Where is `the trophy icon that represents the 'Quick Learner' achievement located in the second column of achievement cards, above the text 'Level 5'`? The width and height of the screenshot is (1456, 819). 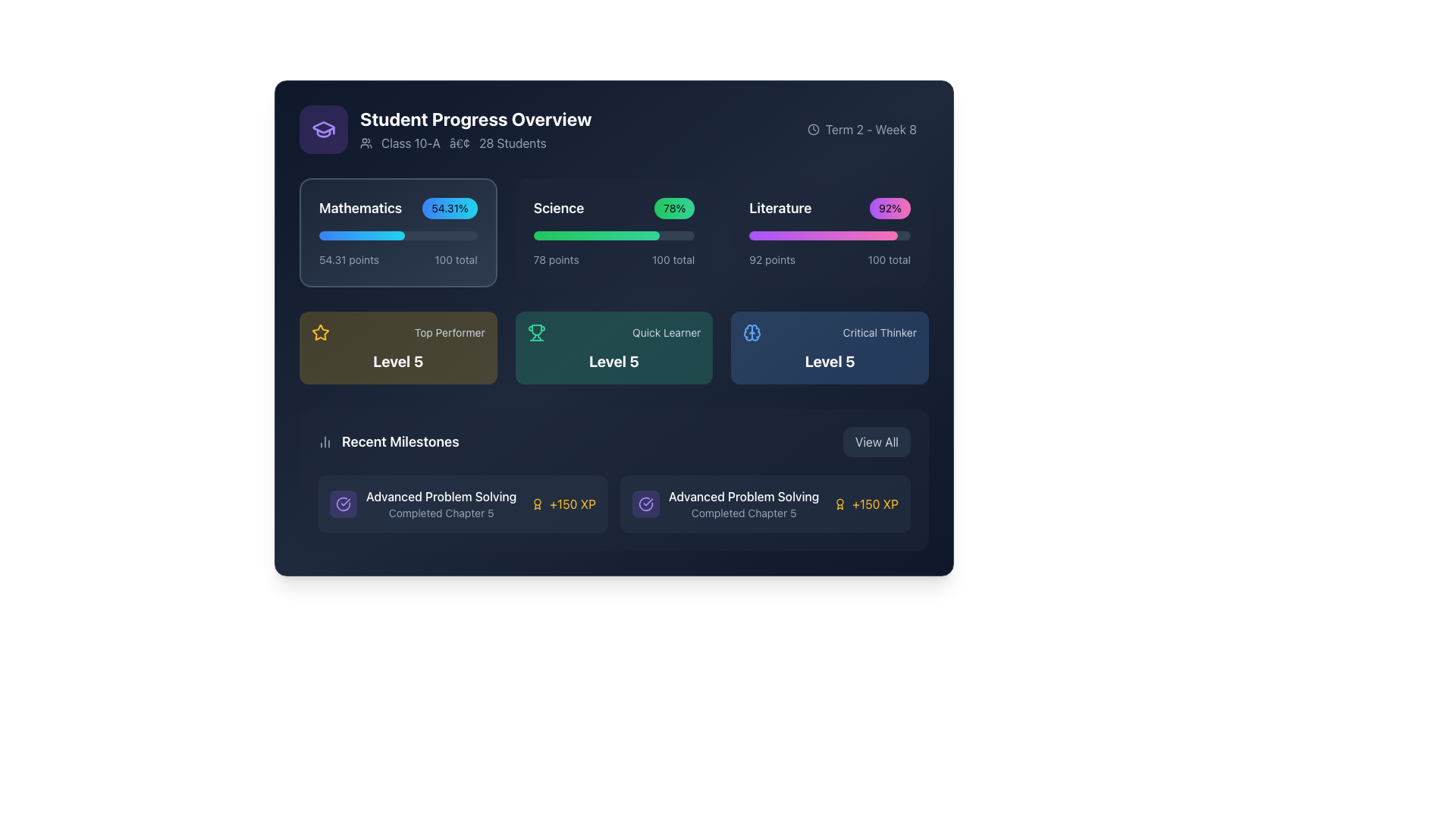
the trophy icon that represents the 'Quick Learner' achievement located in the second column of achievement cards, above the text 'Level 5' is located at coordinates (536, 332).